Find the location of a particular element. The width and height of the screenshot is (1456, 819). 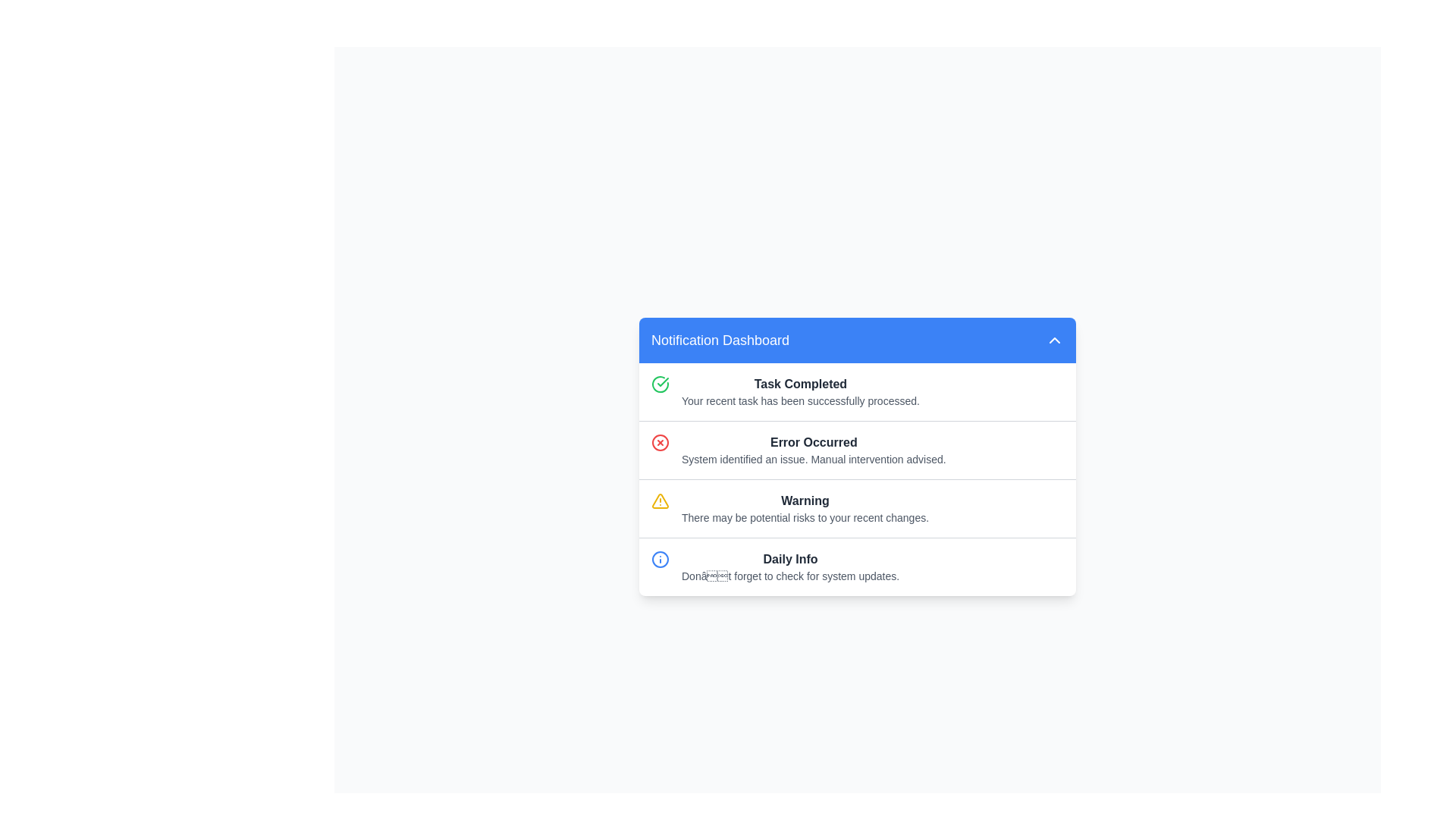

the 'Warning' text label, which is bolded and dark gray in color, located in the third section of a notification card is located at coordinates (804, 500).